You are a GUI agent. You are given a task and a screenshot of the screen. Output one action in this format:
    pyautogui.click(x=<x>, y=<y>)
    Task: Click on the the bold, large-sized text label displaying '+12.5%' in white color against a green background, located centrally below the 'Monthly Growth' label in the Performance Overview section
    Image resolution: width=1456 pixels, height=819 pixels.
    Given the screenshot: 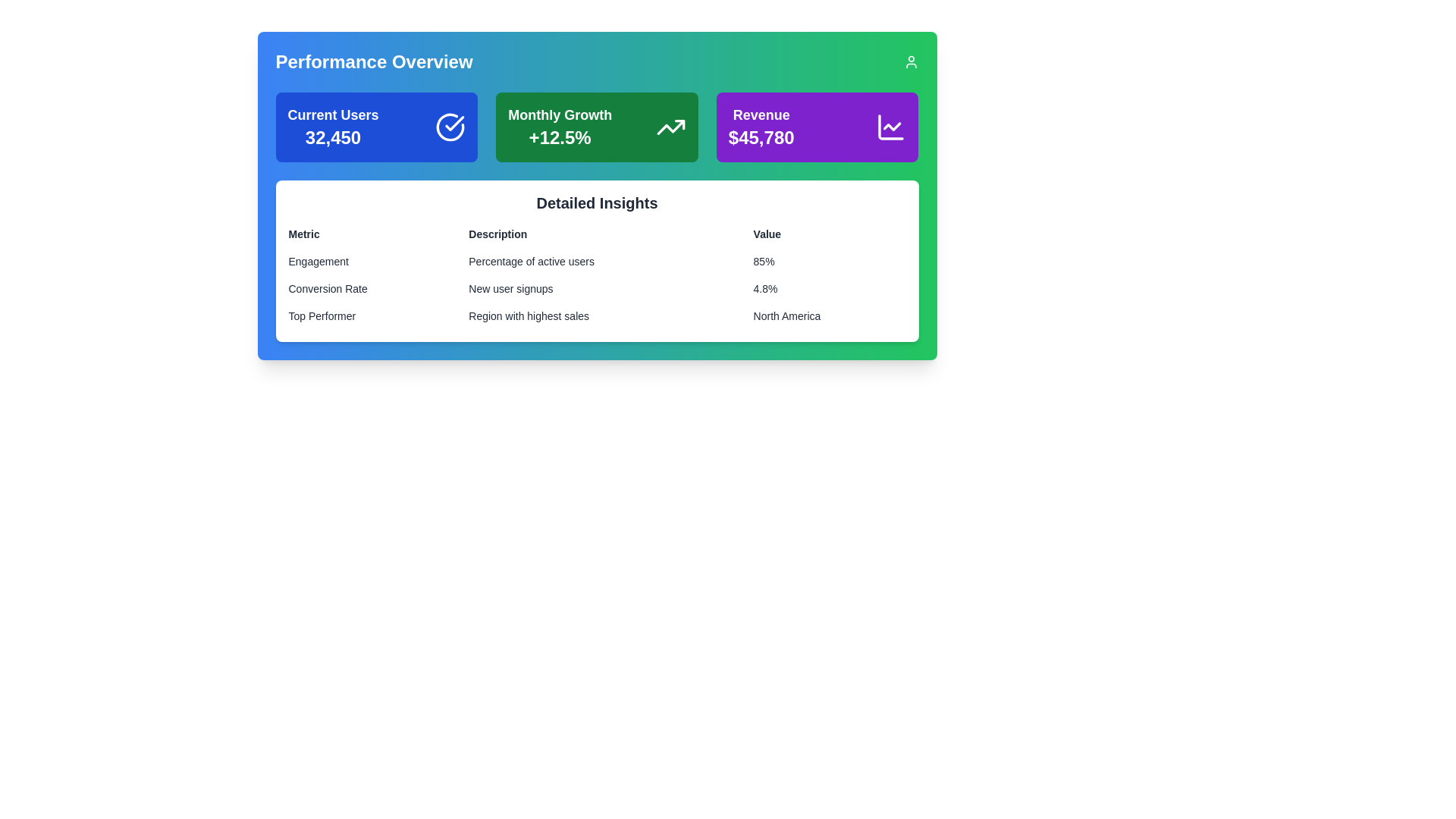 What is the action you would take?
    pyautogui.click(x=559, y=137)
    